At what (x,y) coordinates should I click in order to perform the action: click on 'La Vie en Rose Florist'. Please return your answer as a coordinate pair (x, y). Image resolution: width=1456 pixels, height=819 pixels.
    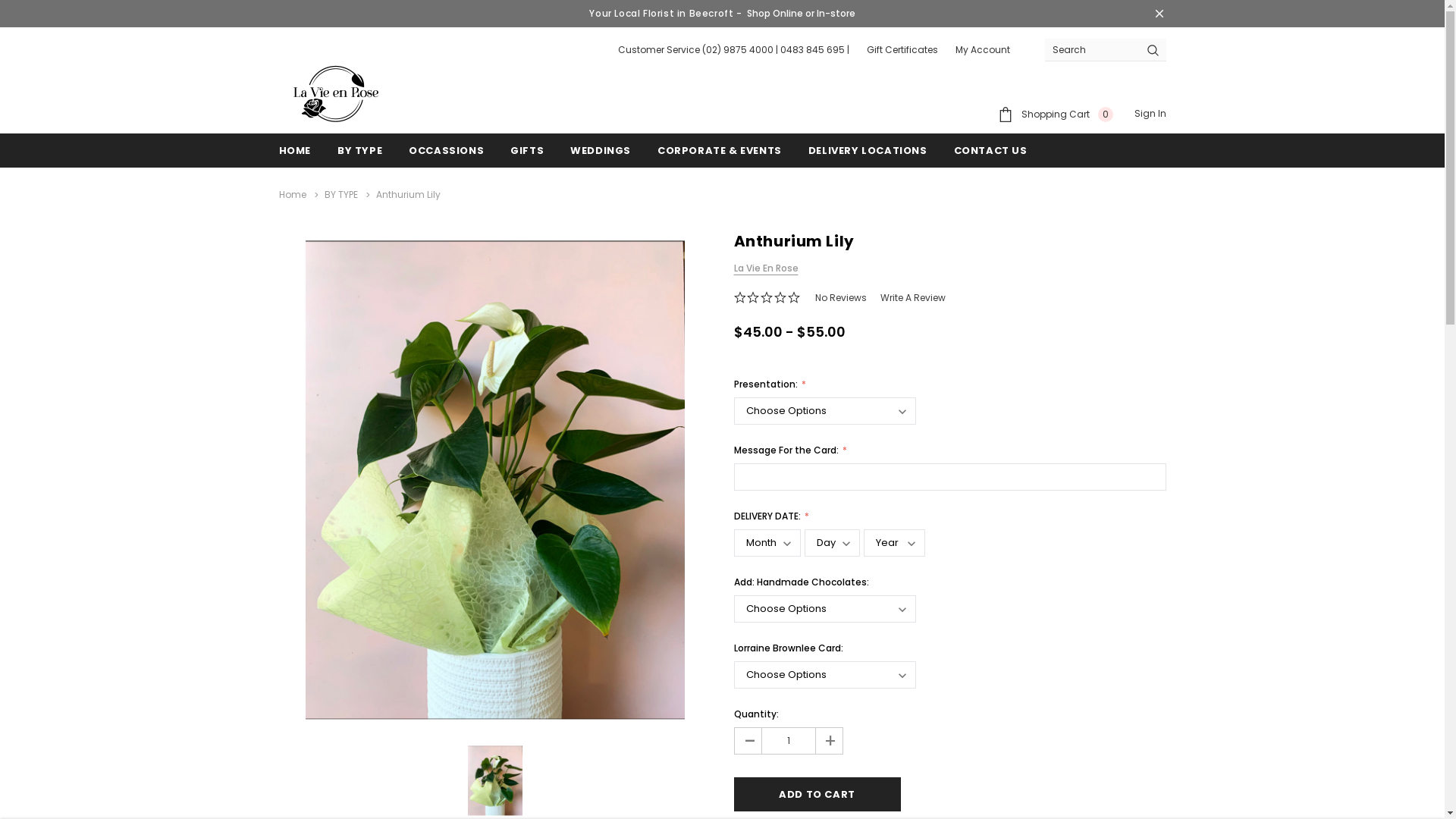
    Looking at the image, I should click on (334, 93).